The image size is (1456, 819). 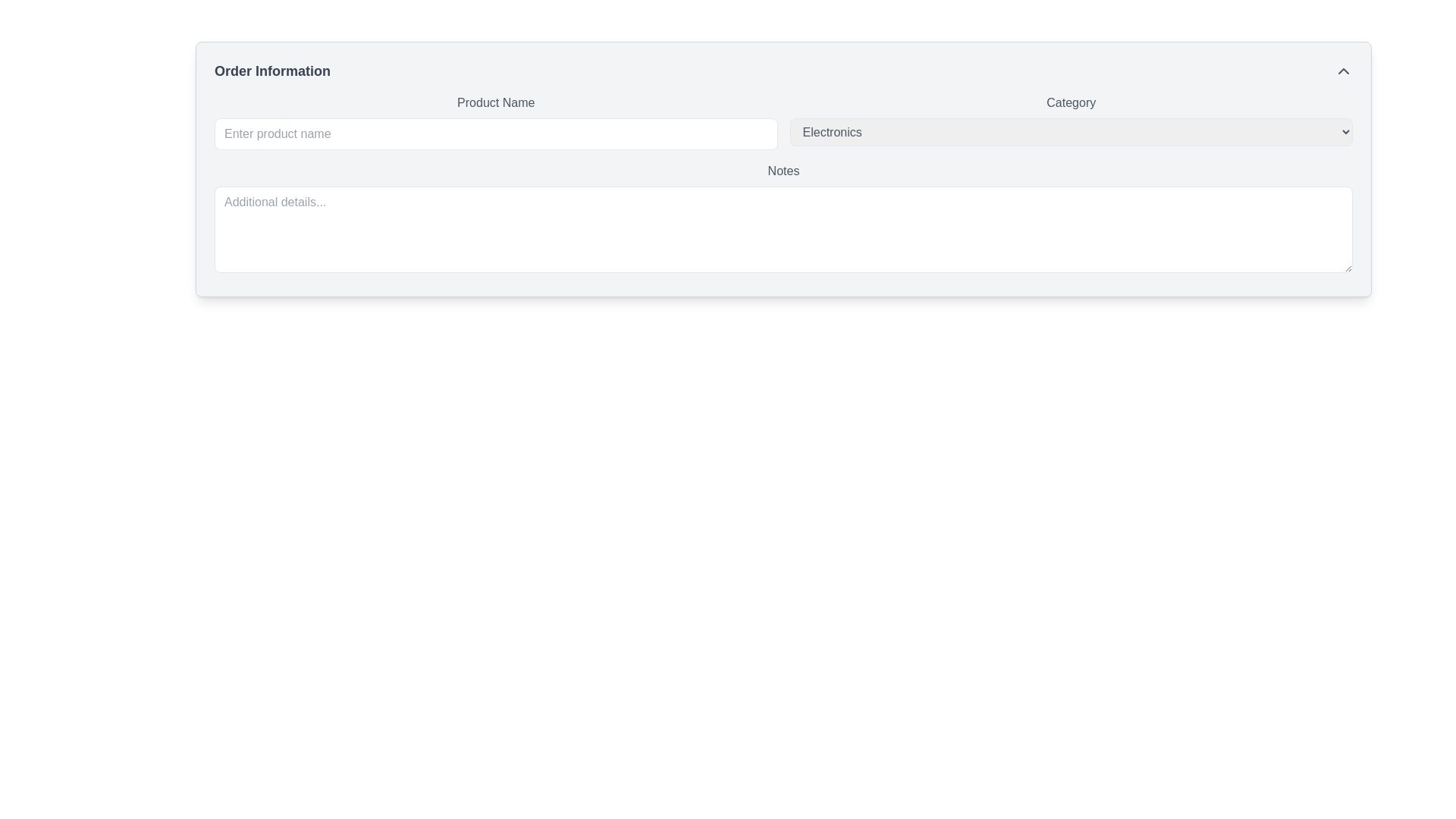 I want to click on the label that guides users for the text area input field, located at the upper-center of the interface, so click(x=783, y=171).